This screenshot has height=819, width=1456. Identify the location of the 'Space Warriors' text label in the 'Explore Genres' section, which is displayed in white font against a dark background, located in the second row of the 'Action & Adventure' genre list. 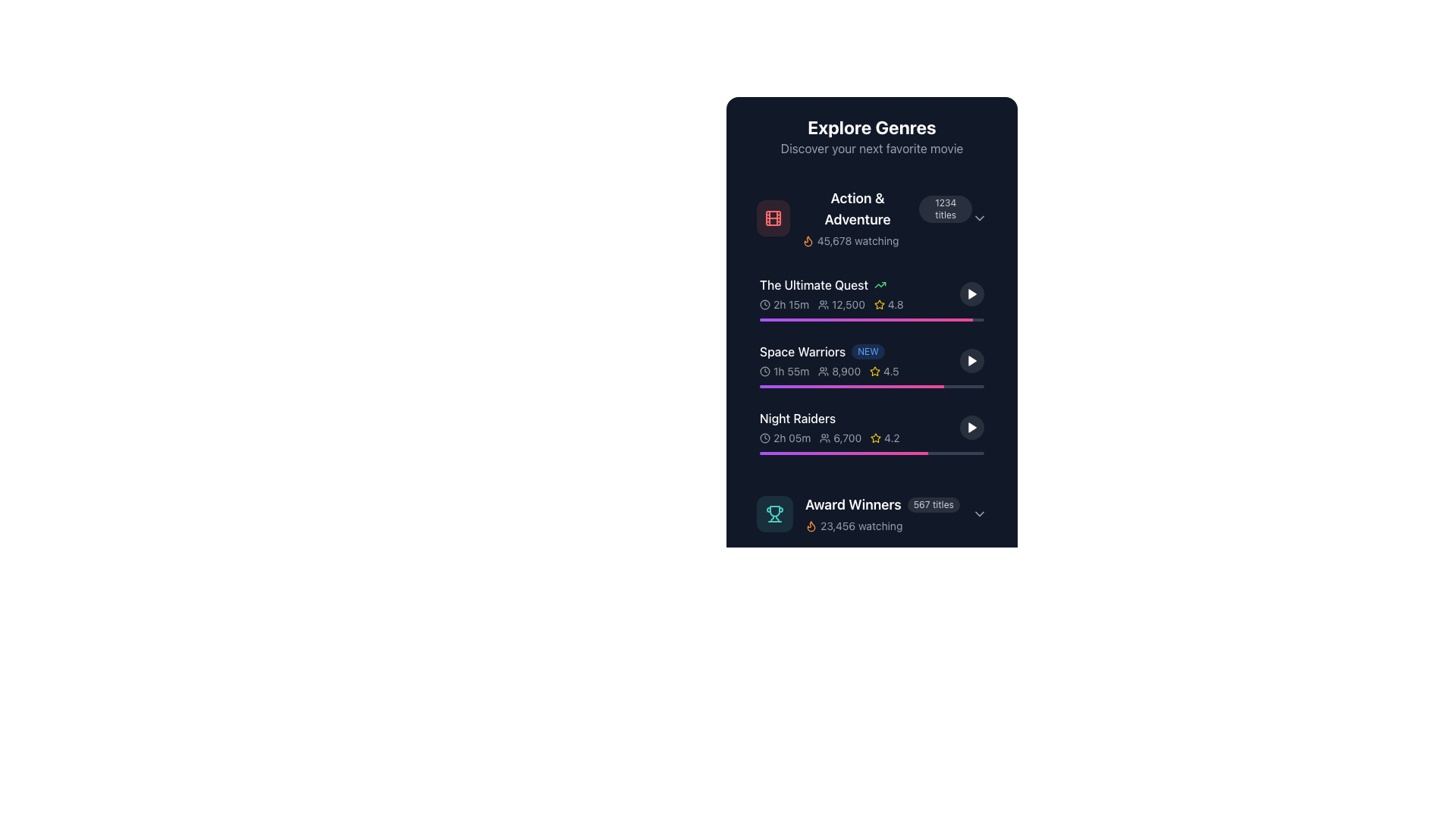
(802, 351).